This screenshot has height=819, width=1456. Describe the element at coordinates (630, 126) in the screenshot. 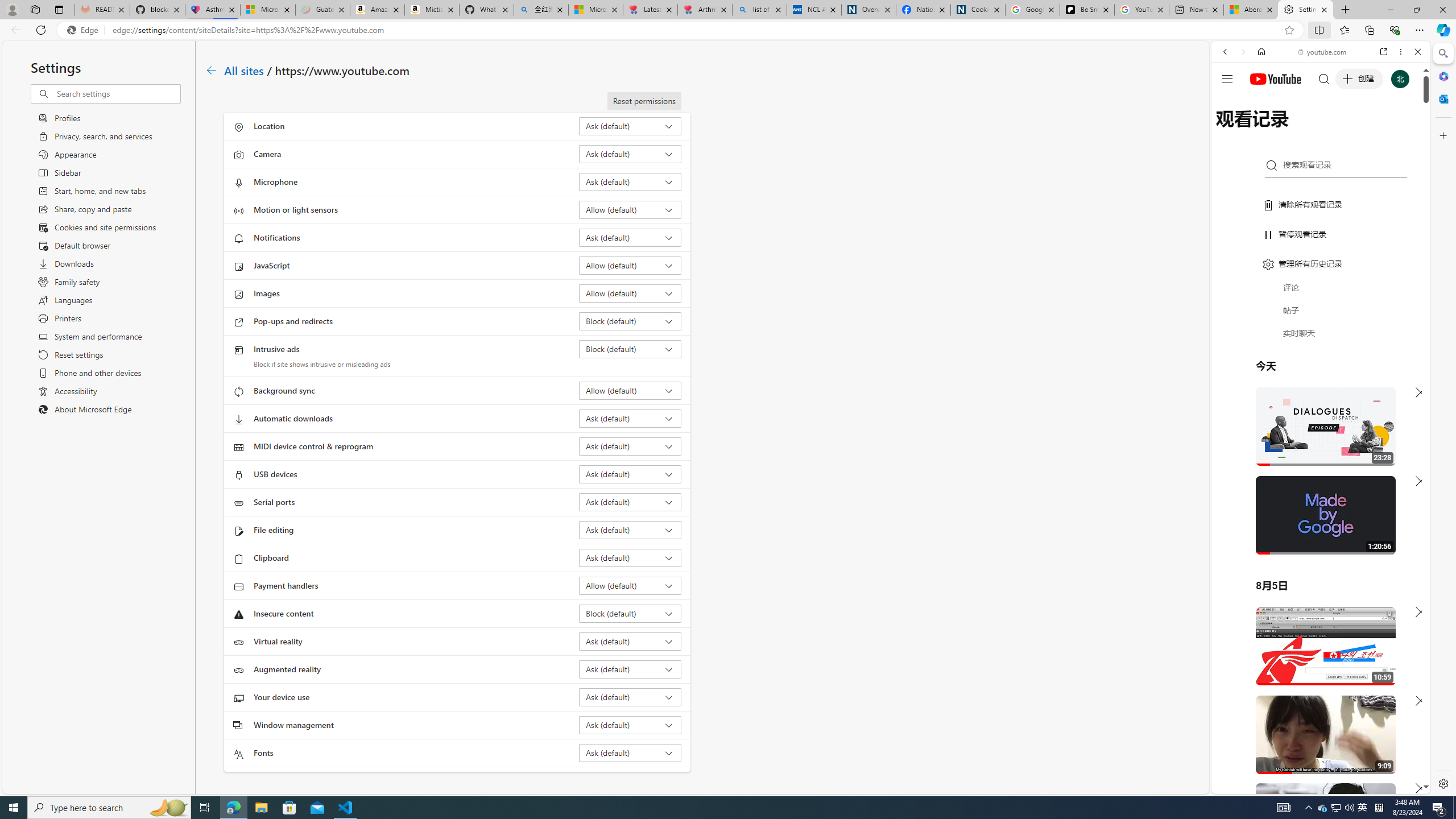

I see `'Location Ask (default)'` at that location.